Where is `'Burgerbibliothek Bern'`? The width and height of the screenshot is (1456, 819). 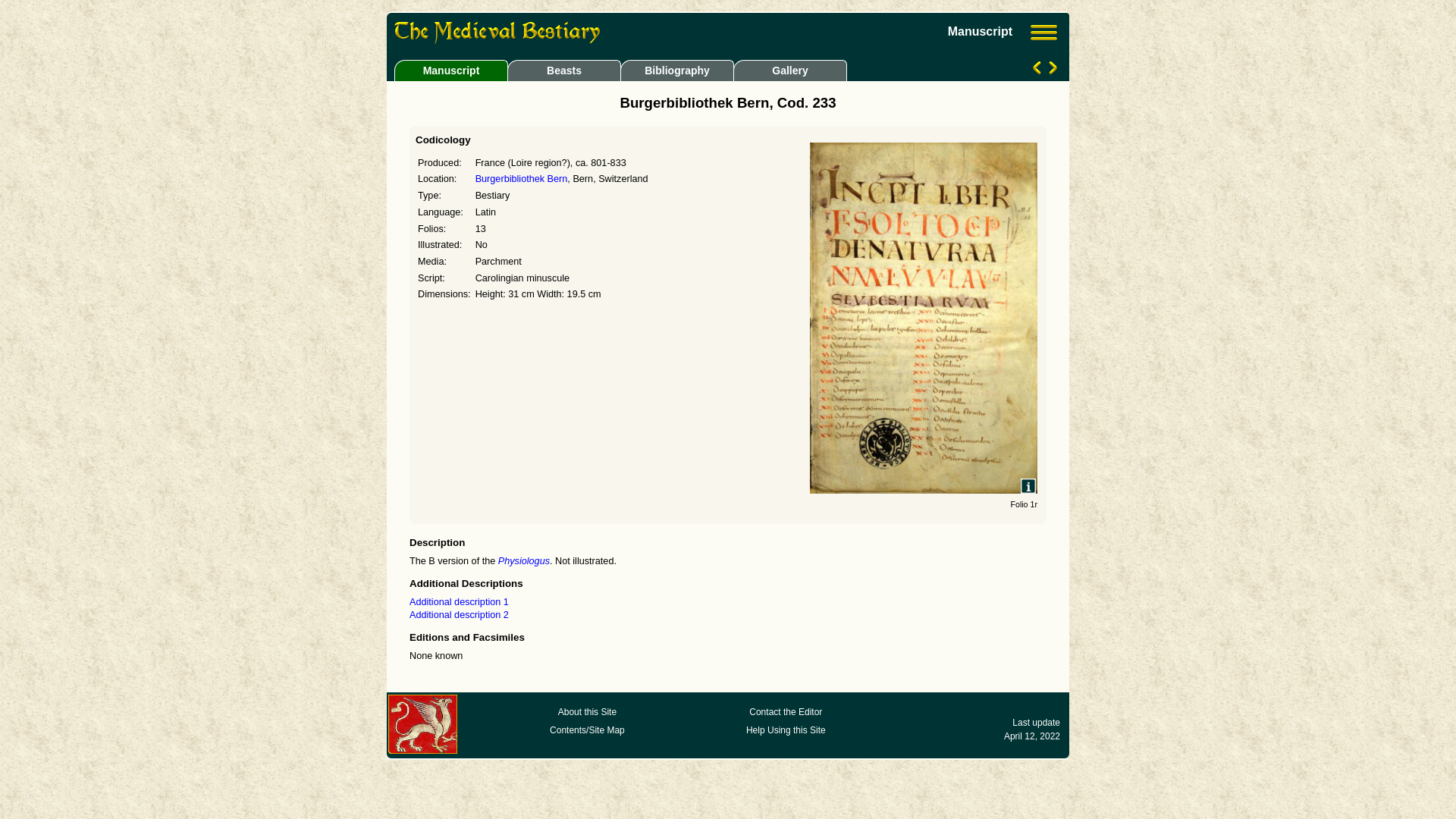
'Burgerbibliothek Bern' is located at coordinates (475, 177).